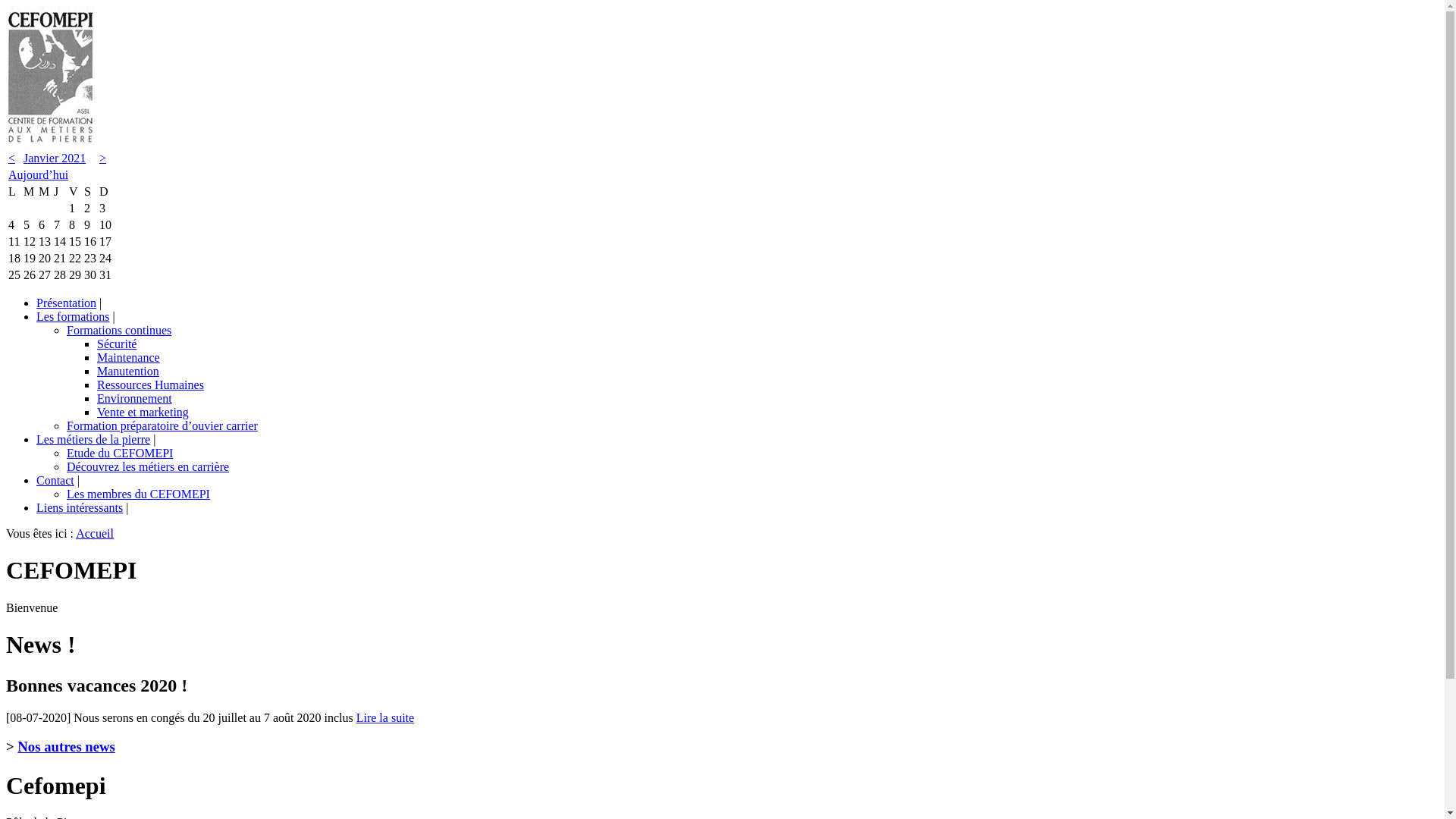  What do you see at coordinates (96, 357) in the screenshot?
I see `'Maintenance'` at bounding box center [96, 357].